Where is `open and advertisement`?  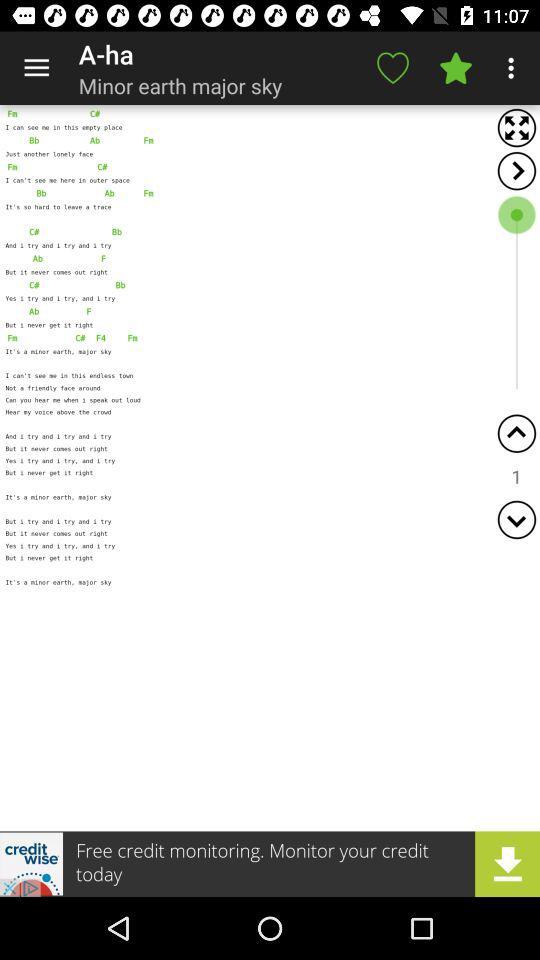 open and advertisement is located at coordinates (270, 863).